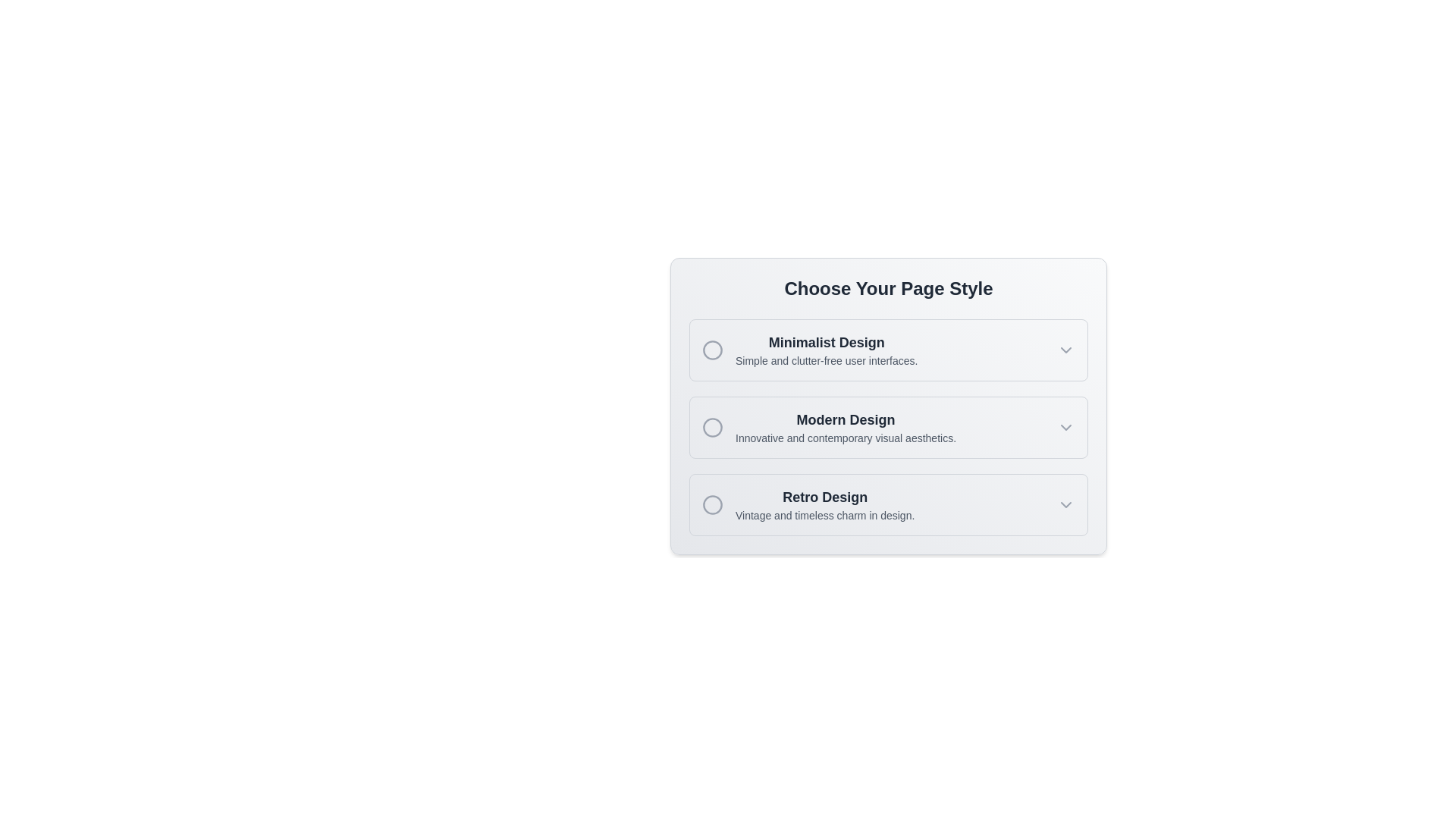  Describe the element at coordinates (1065, 427) in the screenshot. I see `the chevron-type dropdown indicator located to the right of the 'Modern Design' menu item` at that location.